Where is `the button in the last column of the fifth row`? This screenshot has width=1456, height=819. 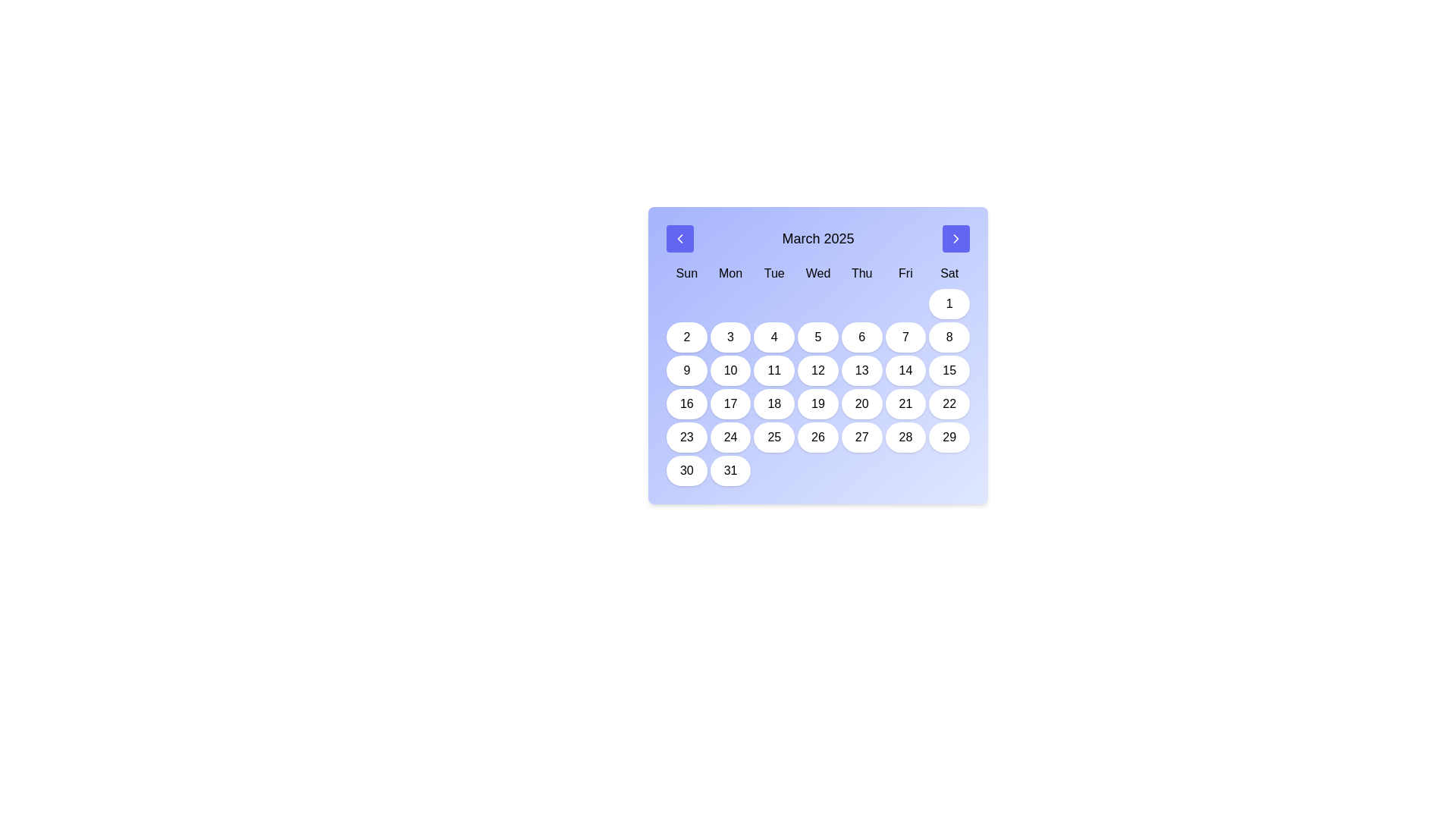 the button in the last column of the fifth row is located at coordinates (949, 438).